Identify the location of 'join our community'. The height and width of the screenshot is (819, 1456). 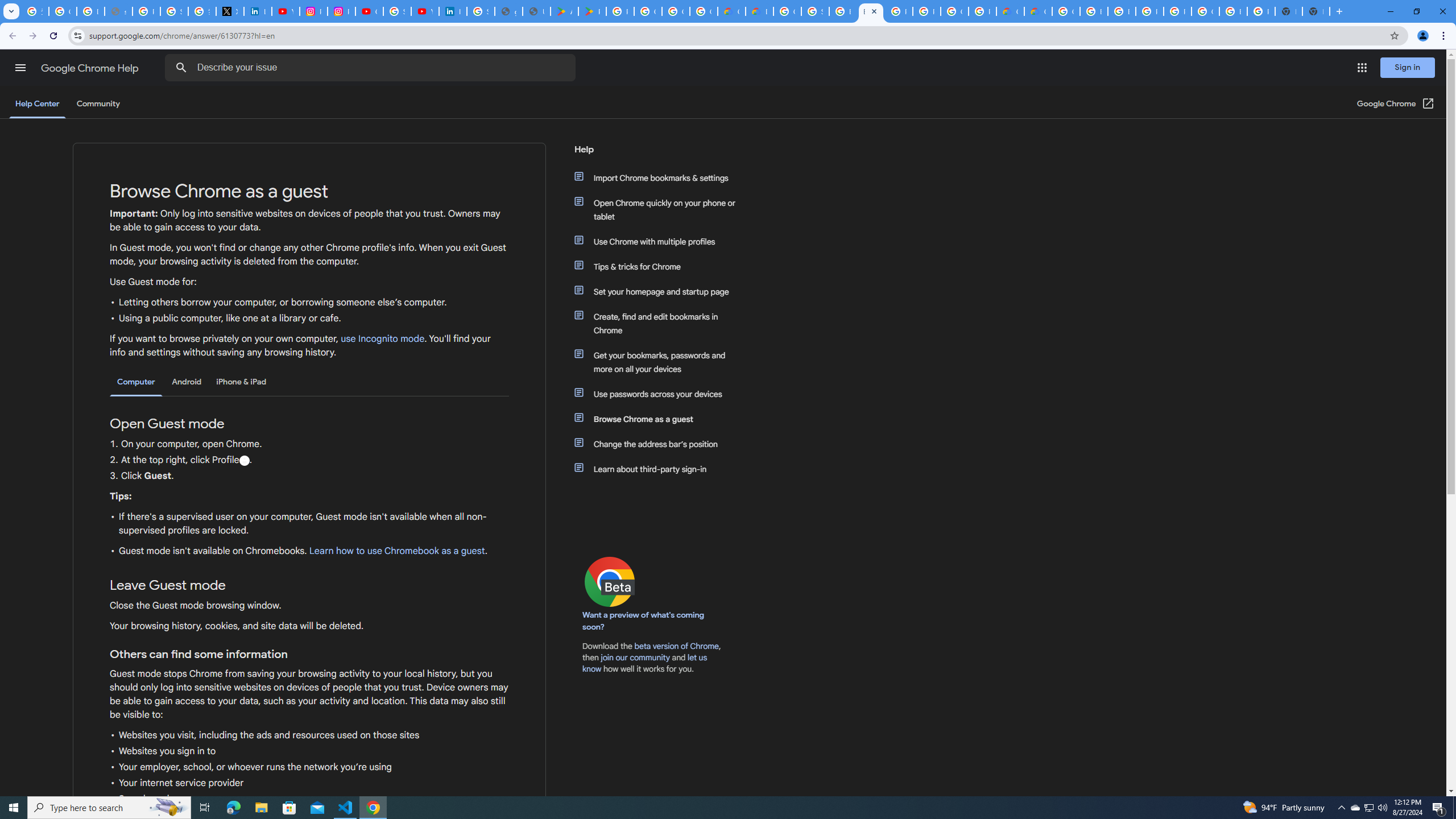
(635, 657).